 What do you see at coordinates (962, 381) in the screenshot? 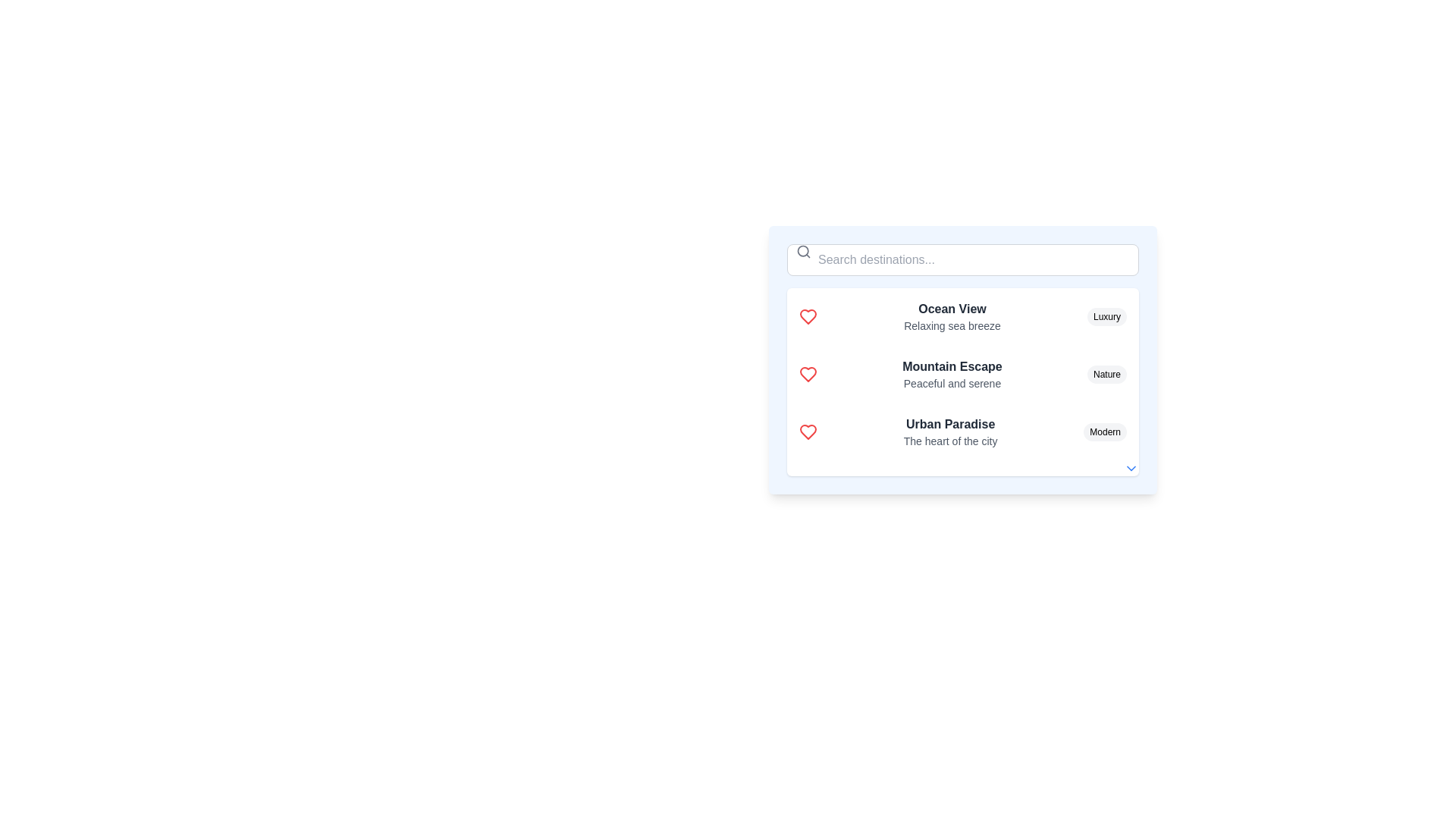
I see `the second list item displaying details about a specific theme or location, which includes a bold title, a description, and a badge-like detail to the right` at bounding box center [962, 381].